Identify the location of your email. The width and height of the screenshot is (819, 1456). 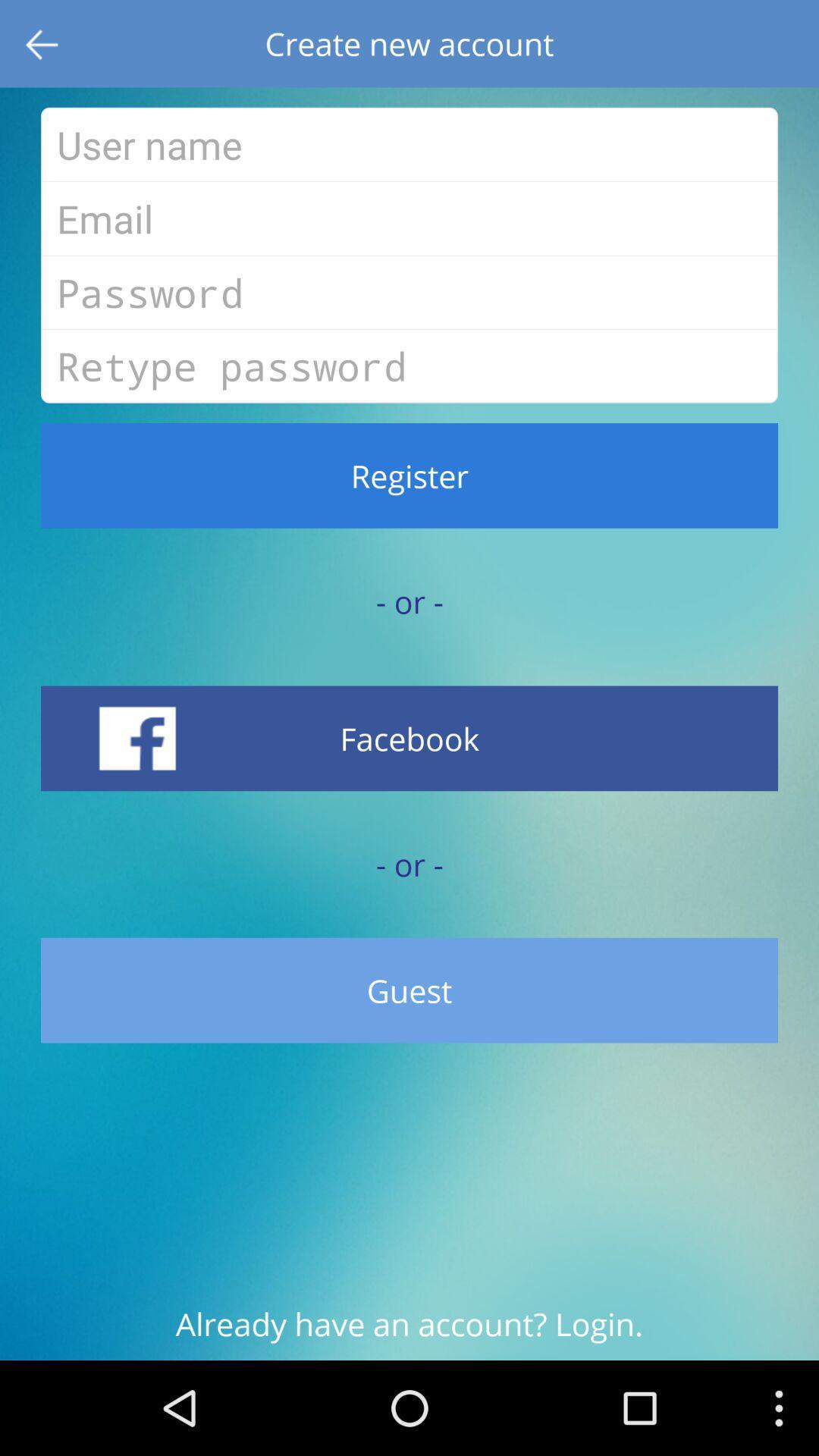
(409, 218).